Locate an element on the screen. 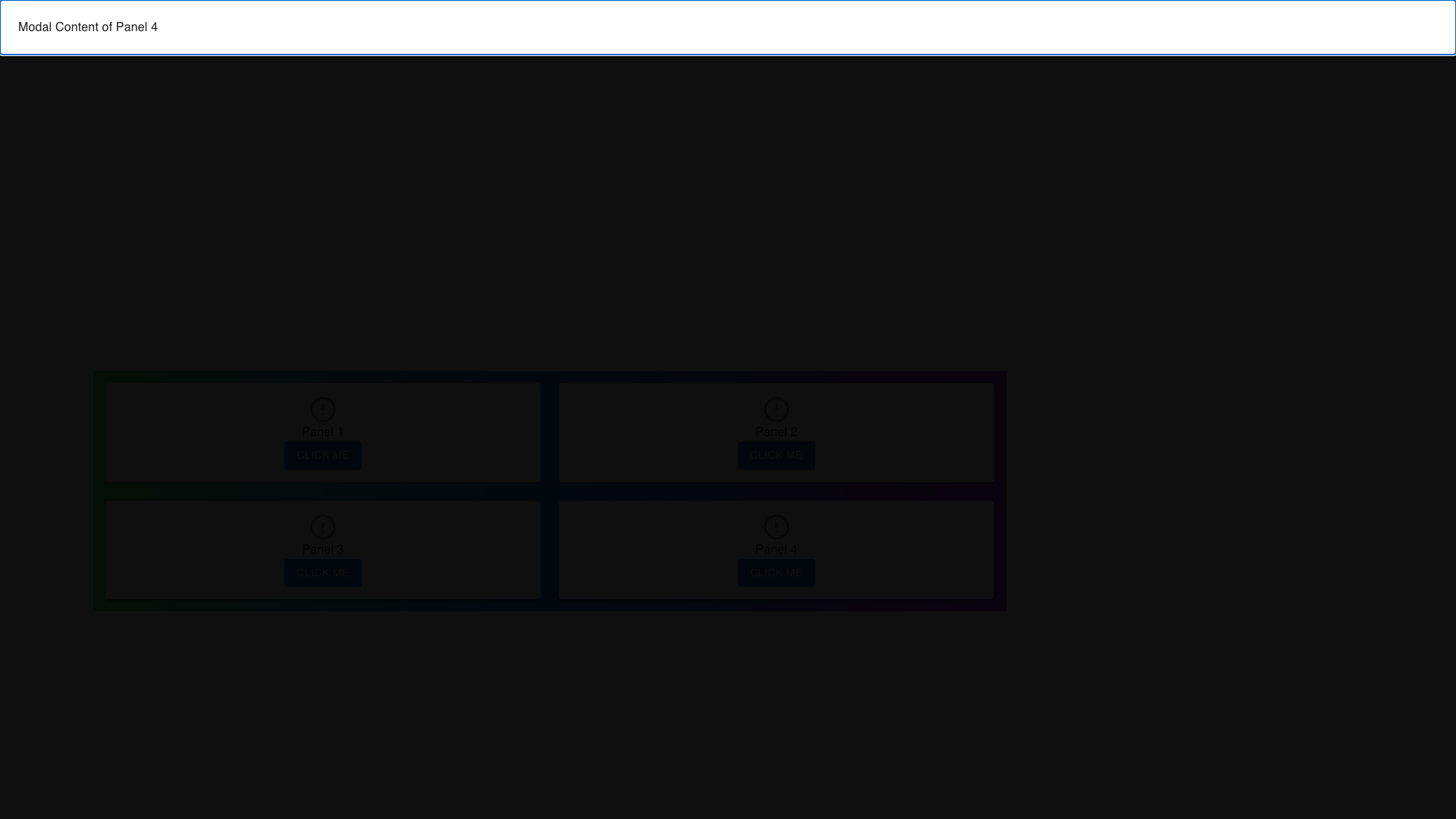 This screenshot has height=819, width=1456. the 'Click Me' button located in Panel 4 is located at coordinates (776, 572).